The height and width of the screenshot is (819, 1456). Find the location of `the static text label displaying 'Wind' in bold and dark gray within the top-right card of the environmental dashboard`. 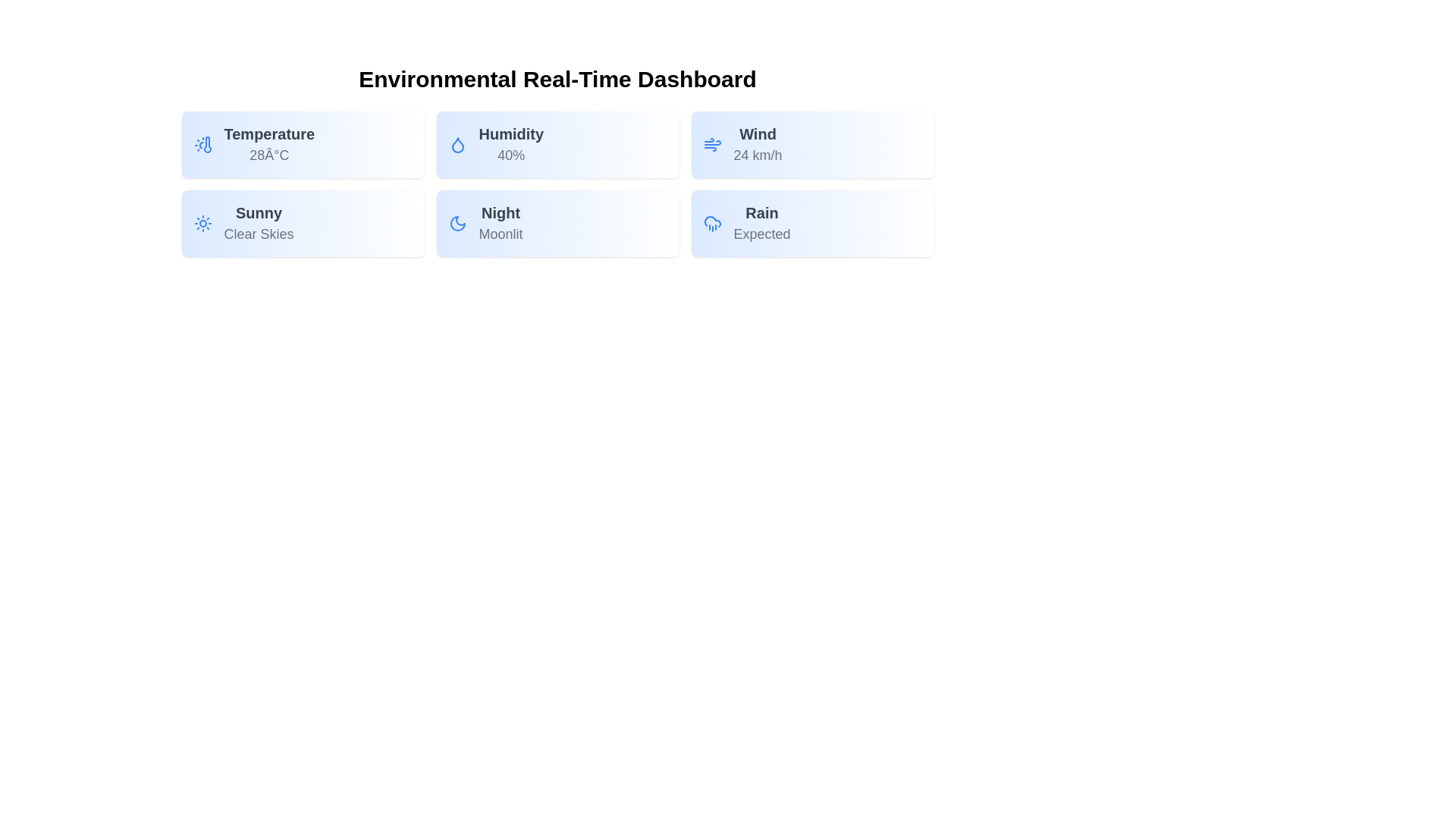

the static text label displaying 'Wind' in bold and dark gray within the top-right card of the environmental dashboard is located at coordinates (758, 133).